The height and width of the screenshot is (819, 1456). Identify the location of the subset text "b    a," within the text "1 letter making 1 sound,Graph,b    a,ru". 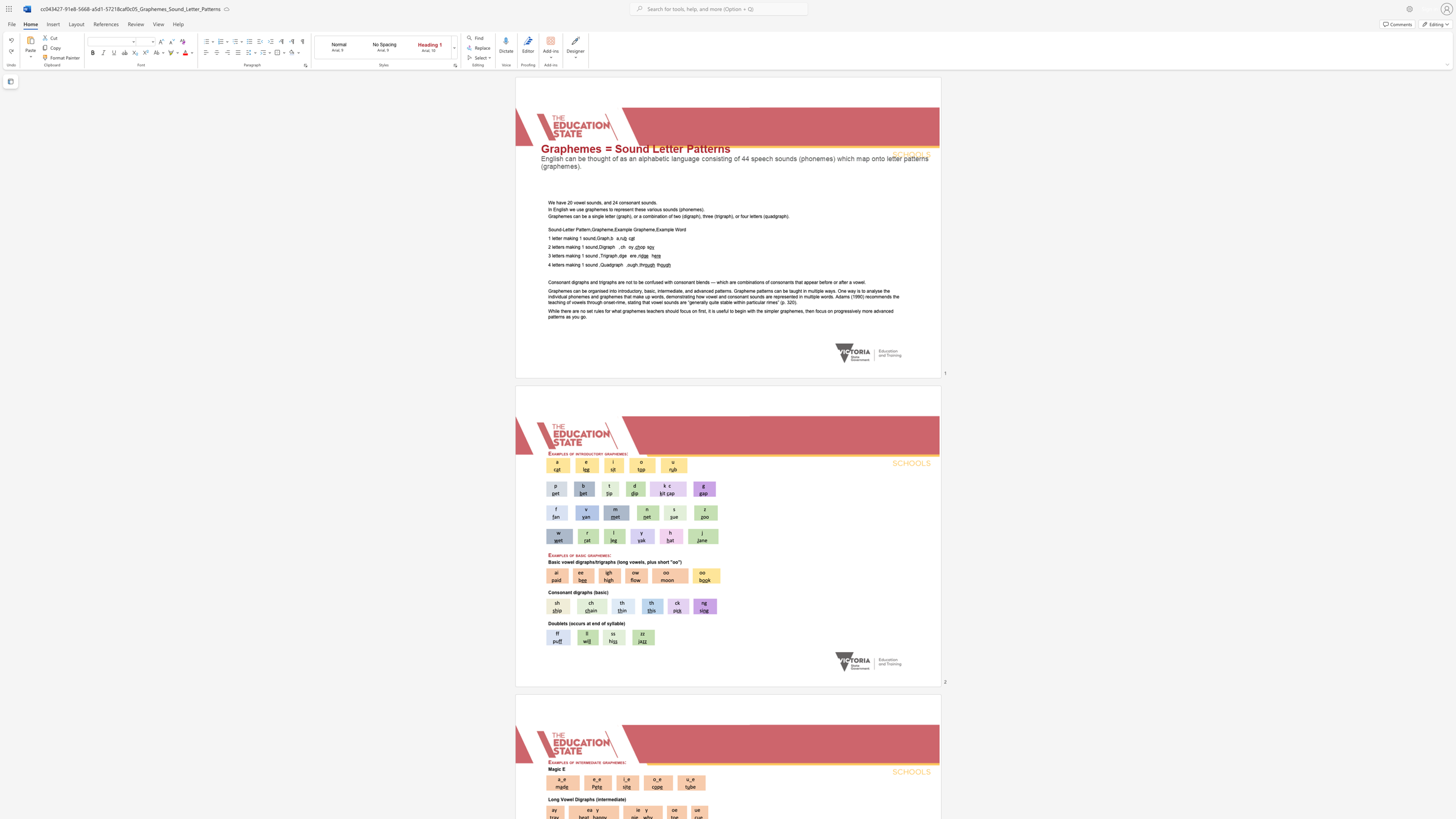
(610, 238).